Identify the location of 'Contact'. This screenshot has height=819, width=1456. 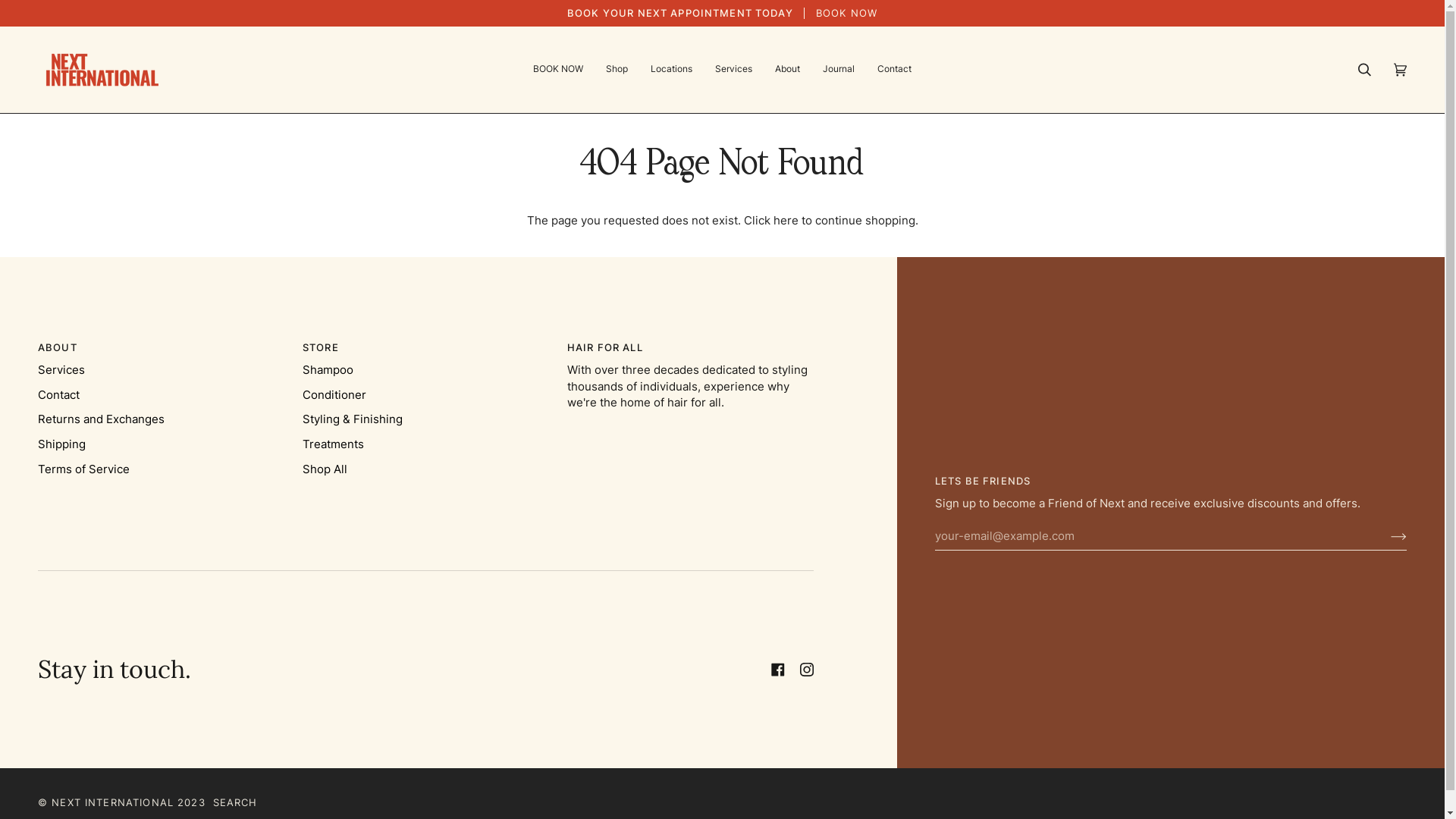
(58, 394).